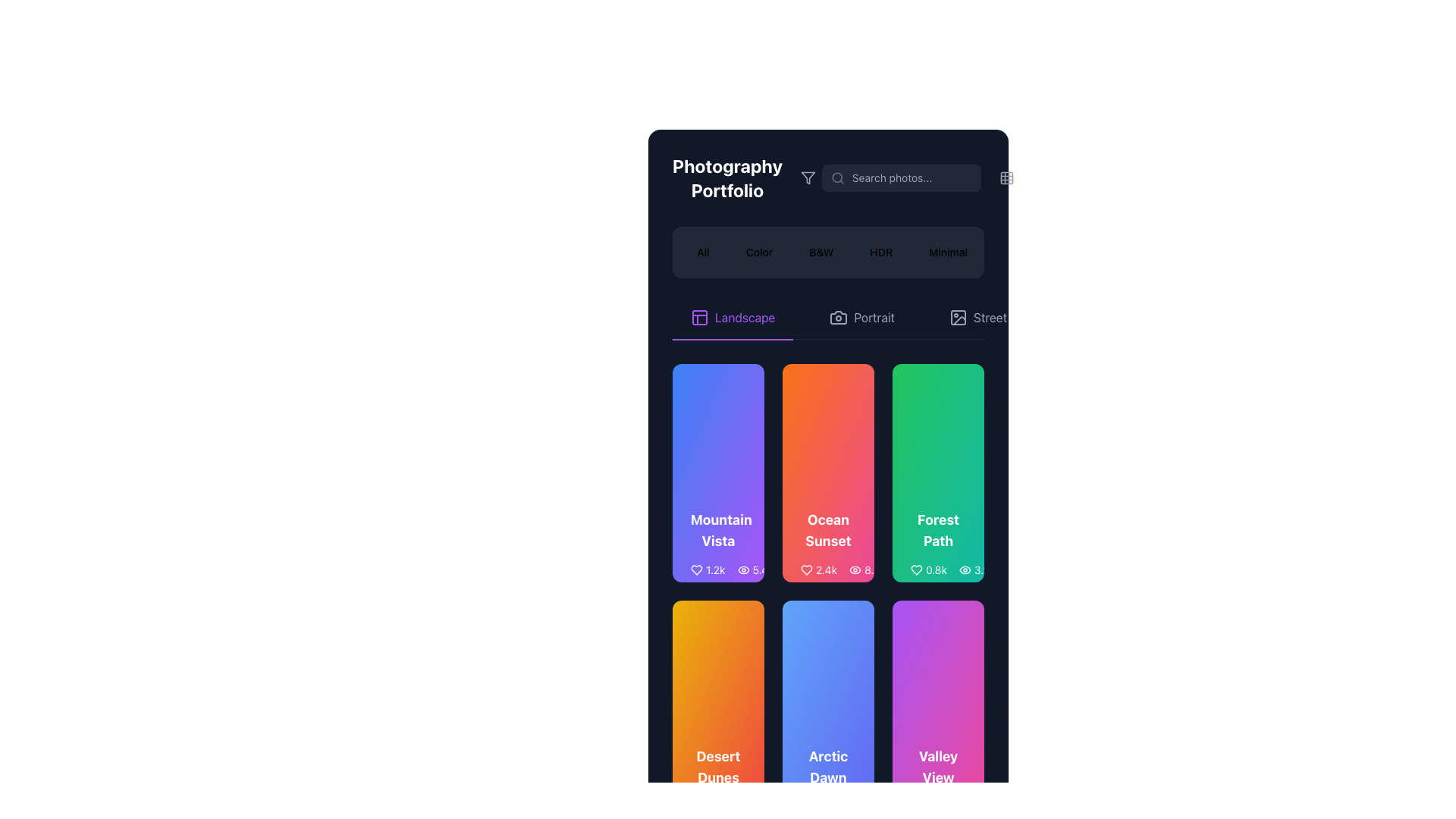 The image size is (1456, 819). What do you see at coordinates (717, 767) in the screenshot?
I see `the text label displaying 'Desert Dunes' which is prominently styled in white bold font on a gradient orange background, located at the bottom-left of the interface` at bounding box center [717, 767].